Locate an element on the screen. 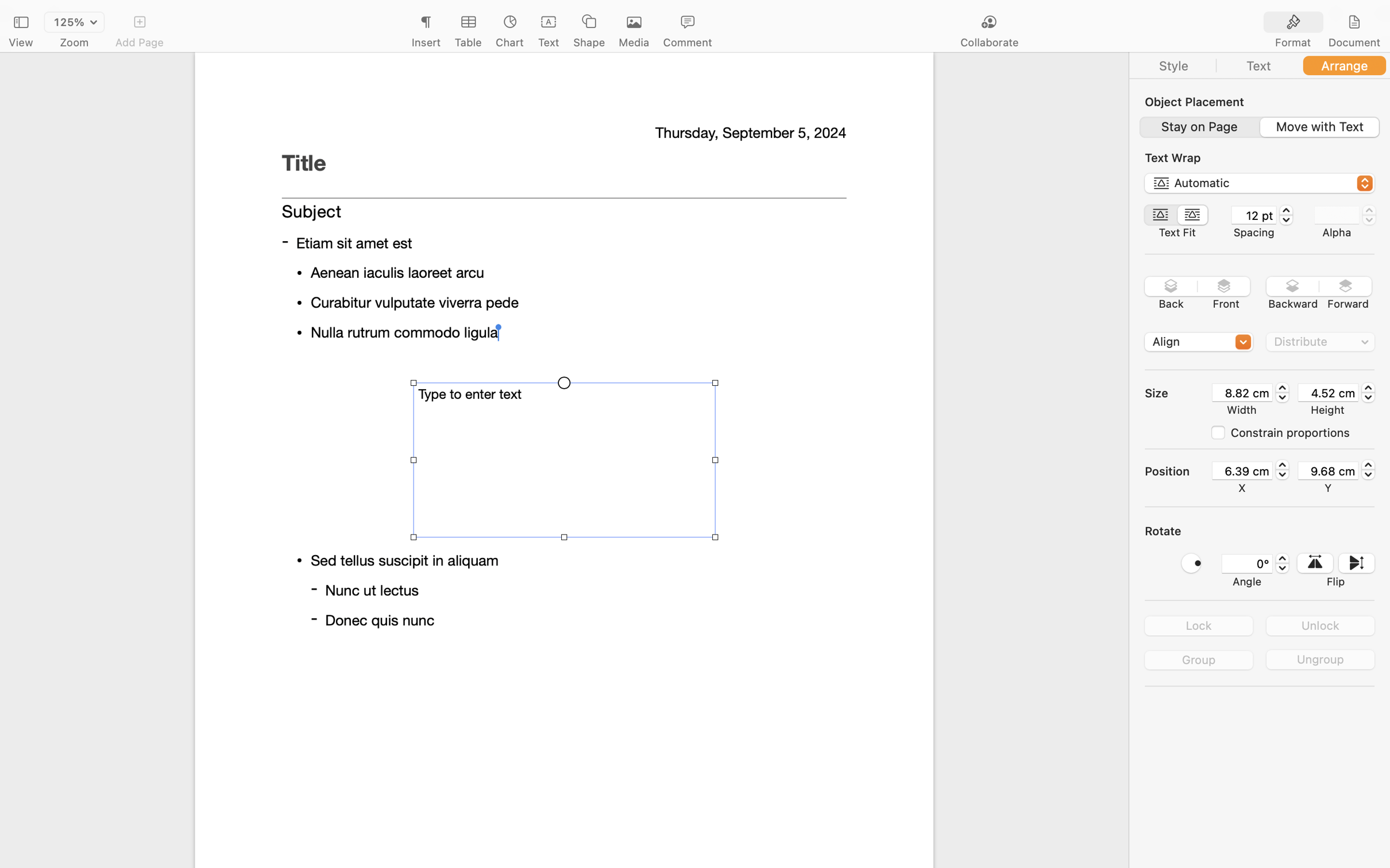 This screenshot has height=868, width=1390. '12.0' is located at coordinates (1285, 215).